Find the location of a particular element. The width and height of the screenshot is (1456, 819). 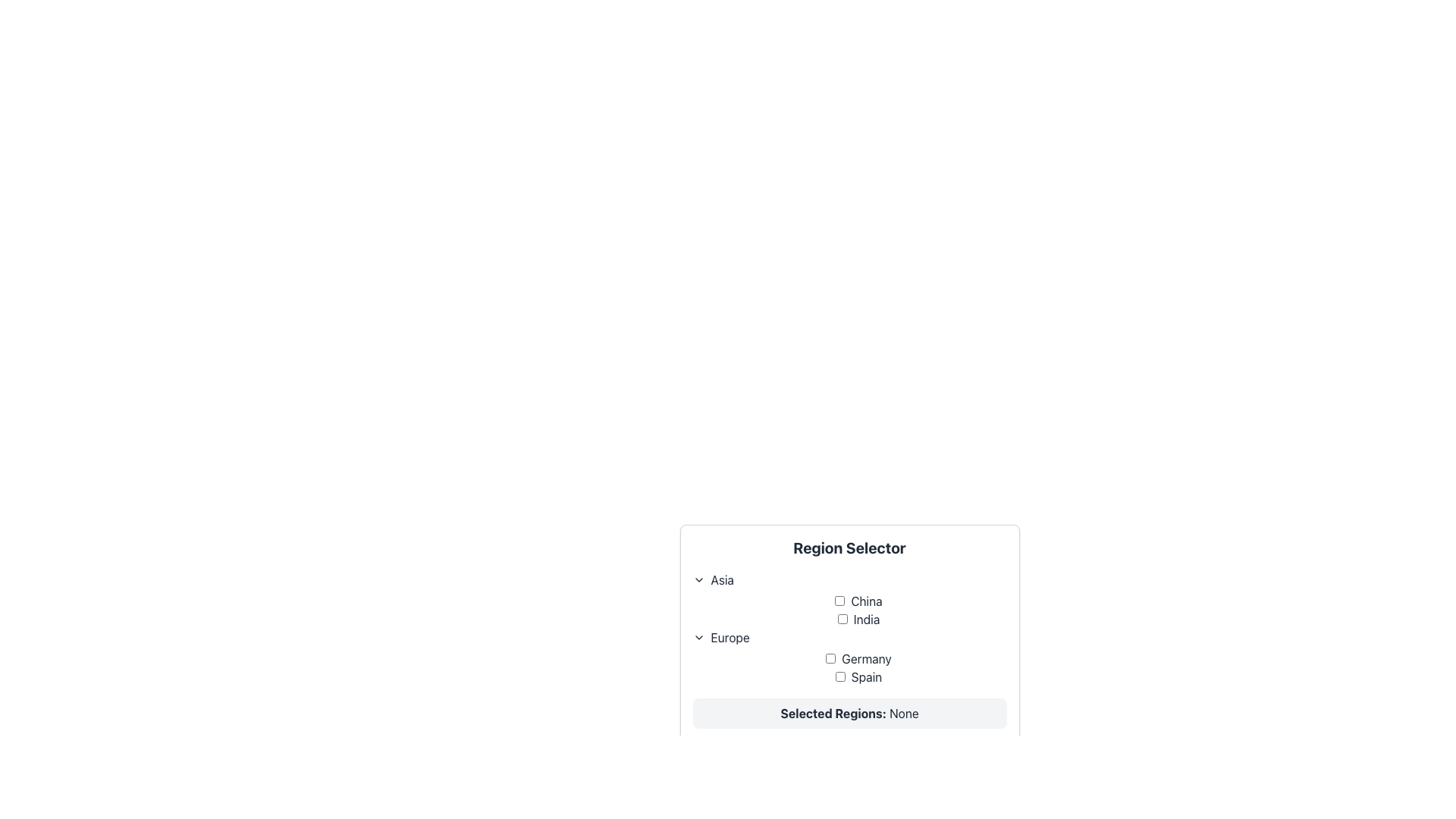

the descriptive label for the 'India' checkbox located within the 'Asia' group under 'Region Selector', positioned between 'China' and 'Europe' is located at coordinates (858, 620).